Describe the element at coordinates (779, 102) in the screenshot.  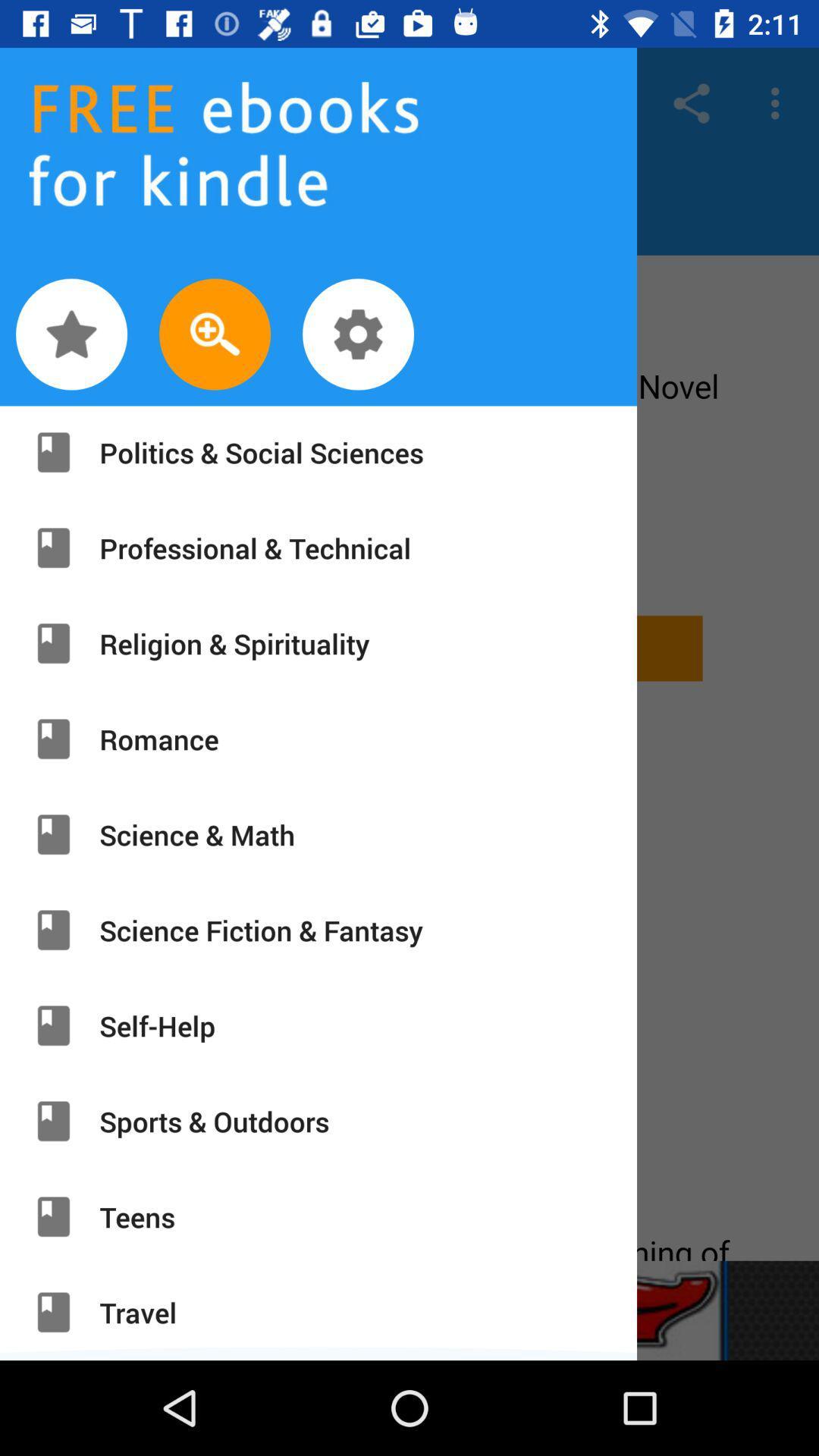
I see `the more icon` at that location.